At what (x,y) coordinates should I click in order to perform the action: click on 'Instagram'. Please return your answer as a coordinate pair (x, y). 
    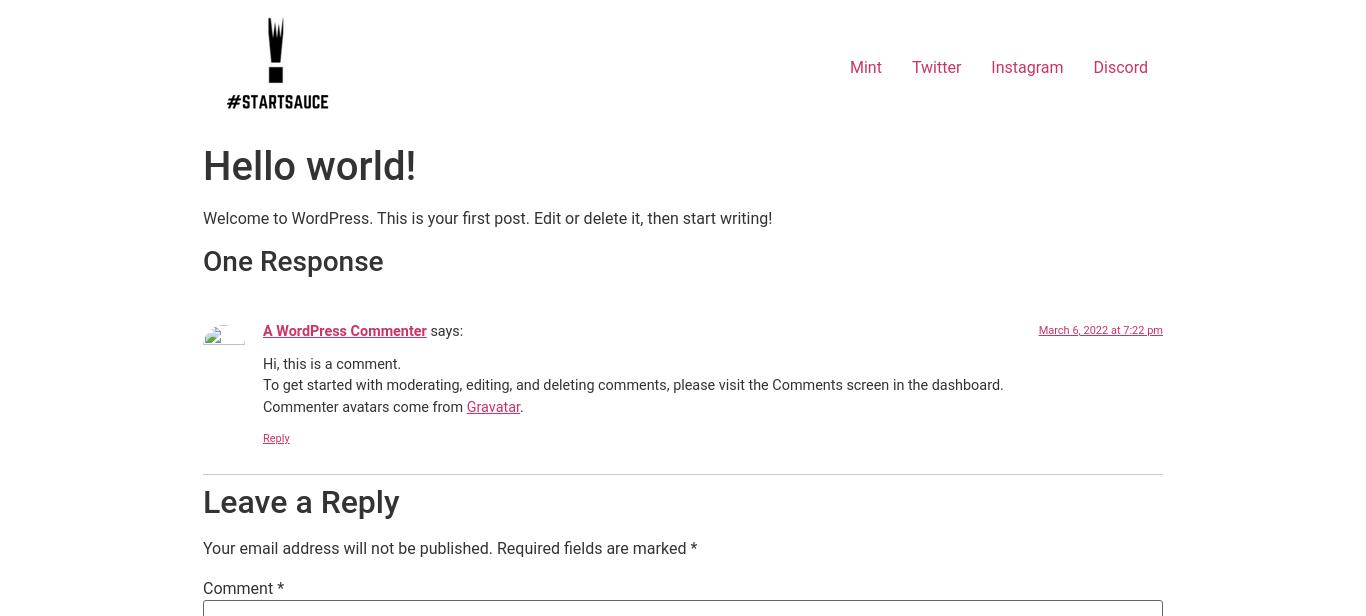
    Looking at the image, I should click on (1025, 66).